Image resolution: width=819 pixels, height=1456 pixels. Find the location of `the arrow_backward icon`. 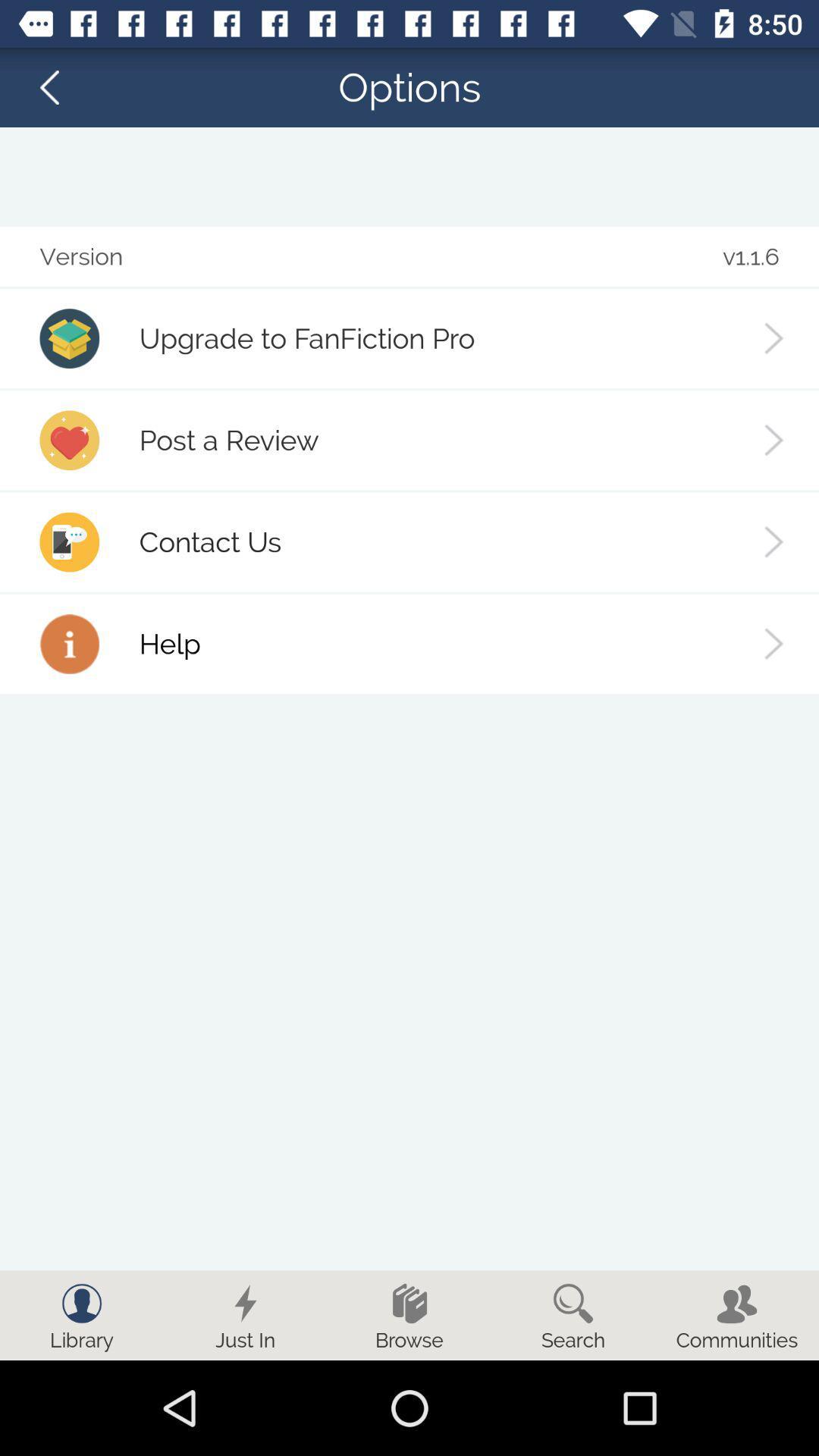

the arrow_backward icon is located at coordinates (58, 86).